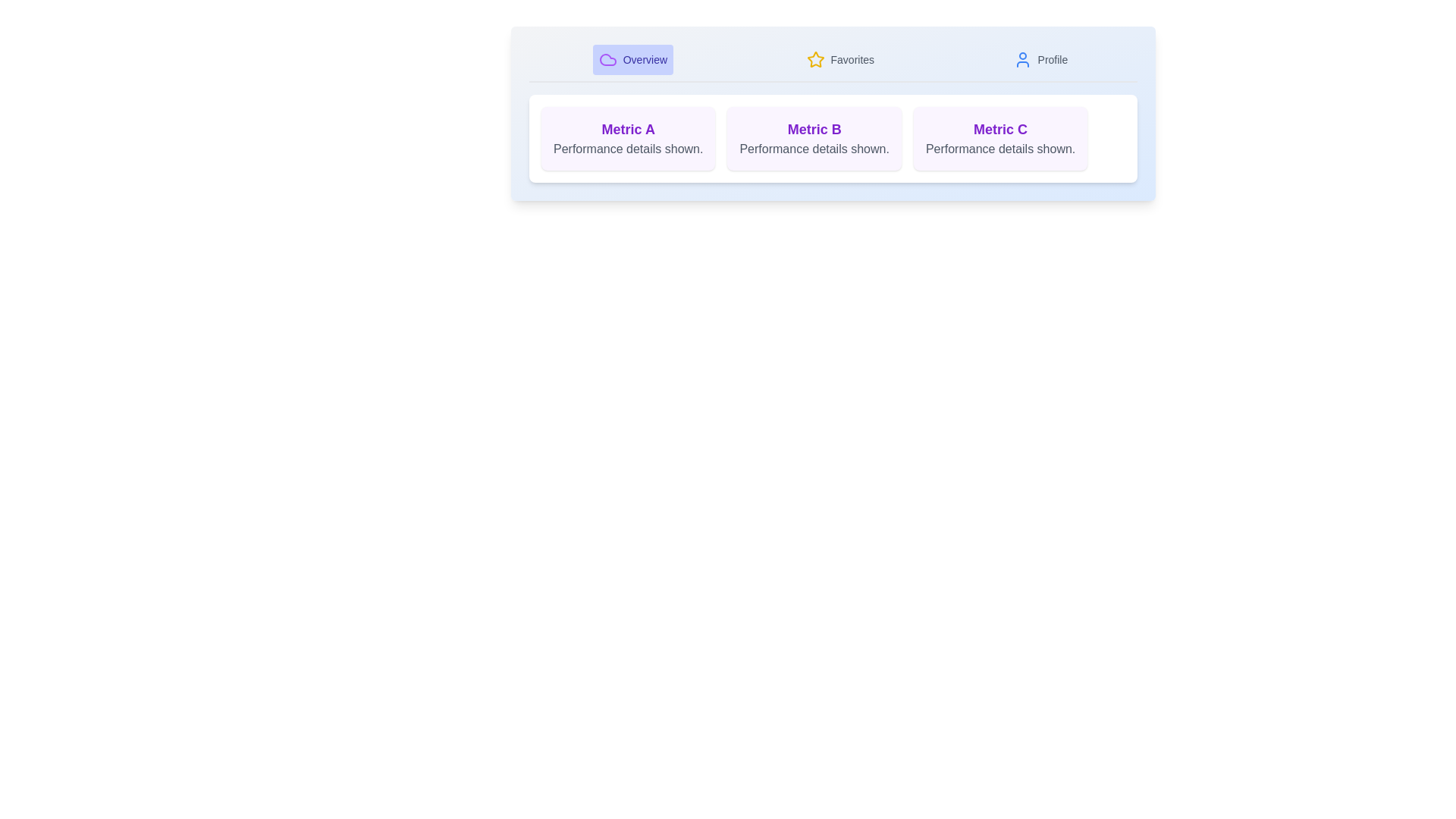  What do you see at coordinates (1000, 138) in the screenshot?
I see `the card for Metric C to inspect its details` at bounding box center [1000, 138].